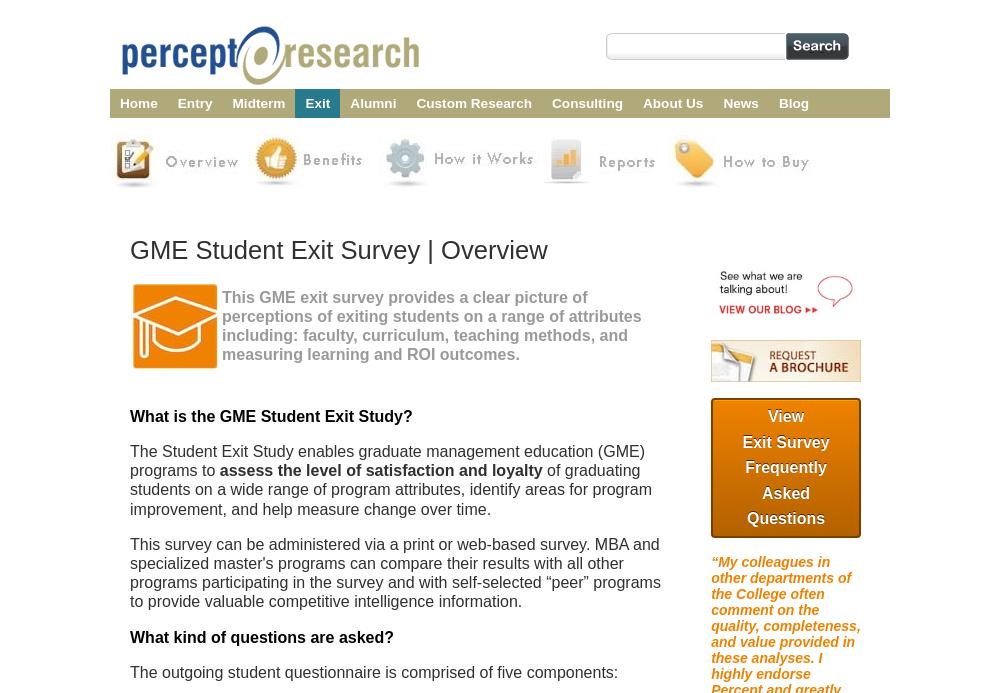 This screenshot has height=693, width=1000. What do you see at coordinates (679, 160) in the screenshot?
I see `'Our Clients'` at bounding box center [679, 160].